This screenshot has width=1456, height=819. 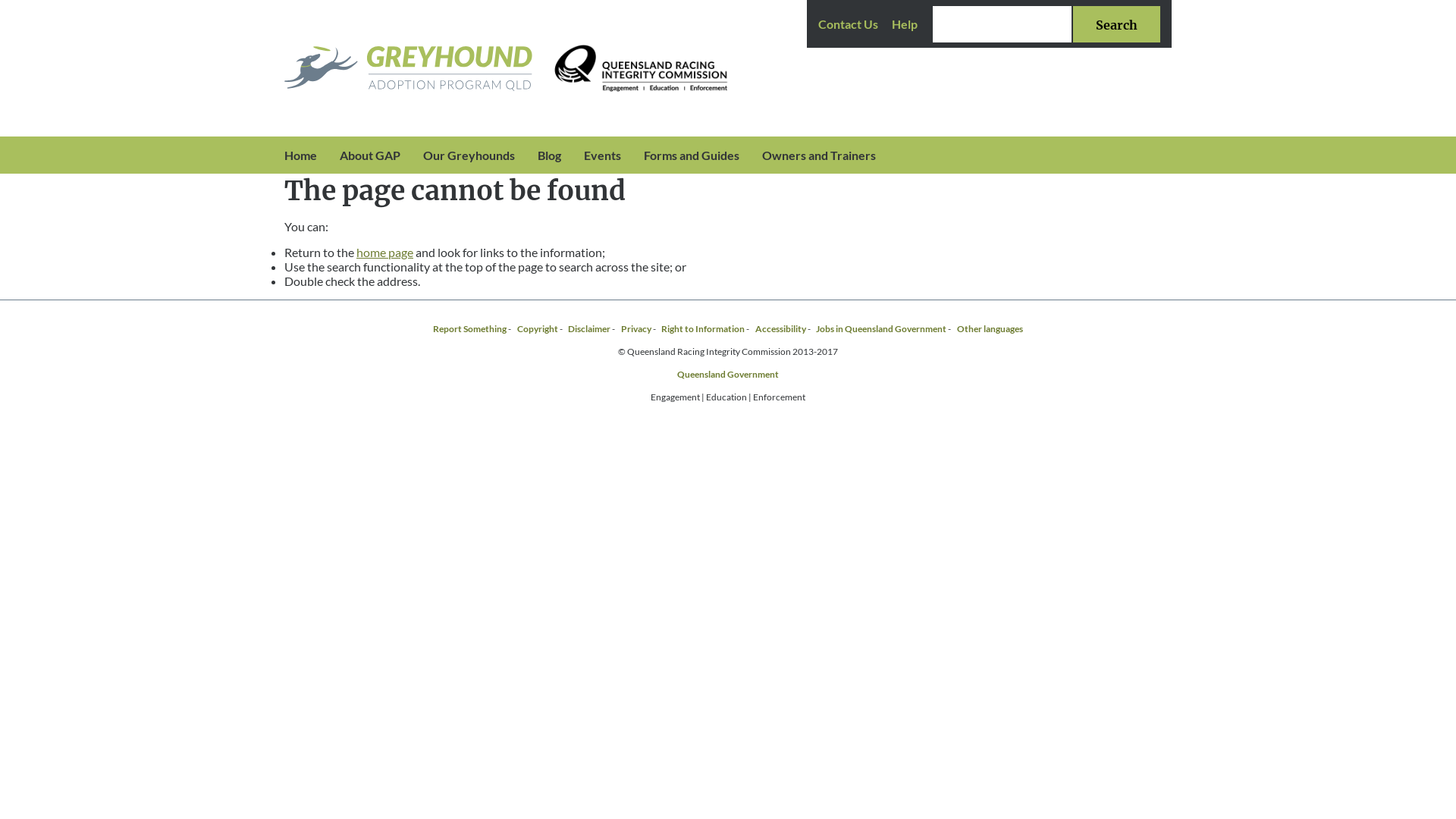 What do you see at coordinates (327, 155) in the screenshot?
I see `'About GAP'` at bounding box center [327, 155].